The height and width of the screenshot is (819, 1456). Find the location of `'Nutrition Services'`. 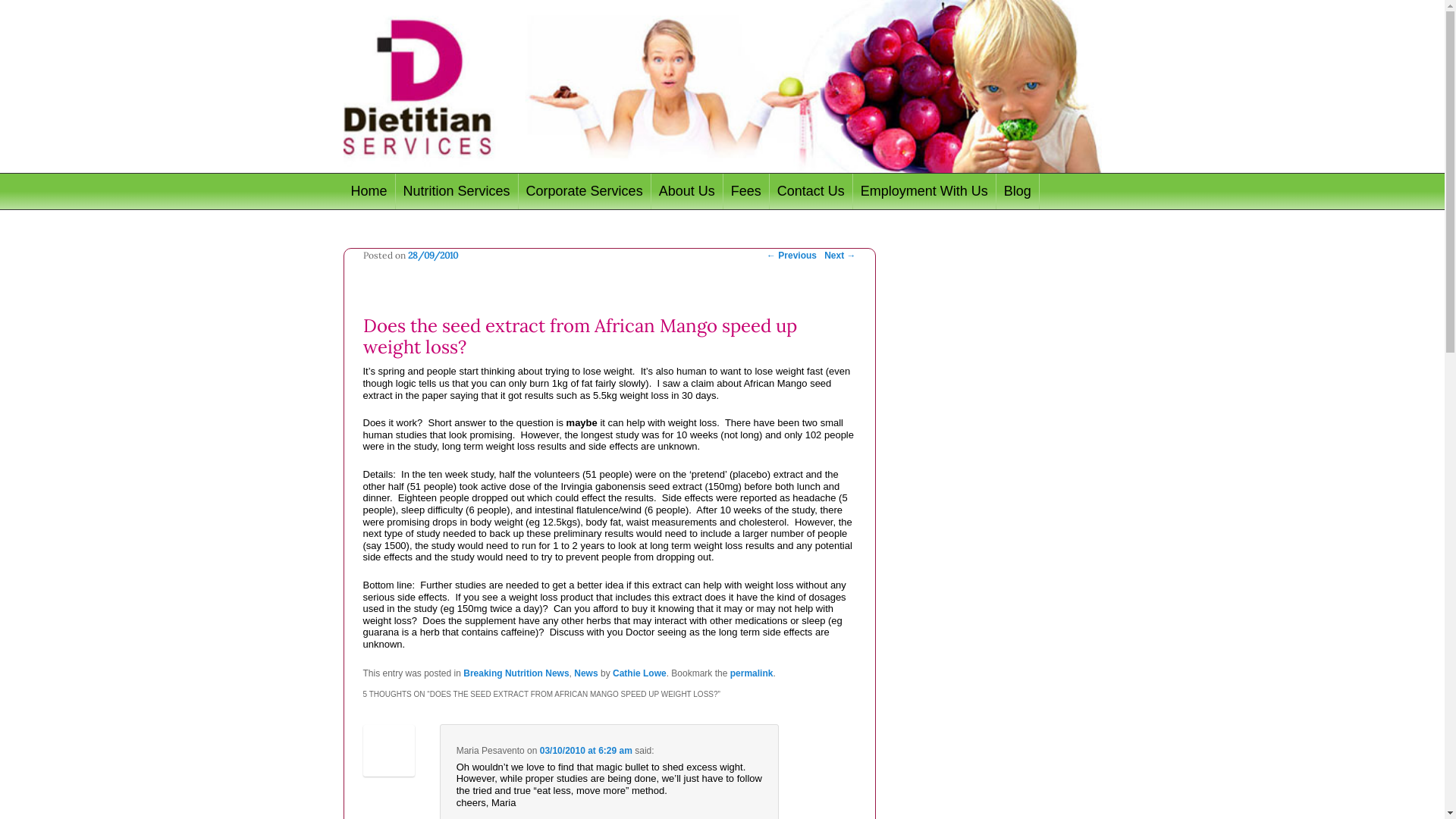

'Nutrition Services' is located at coordinates (457, 190).